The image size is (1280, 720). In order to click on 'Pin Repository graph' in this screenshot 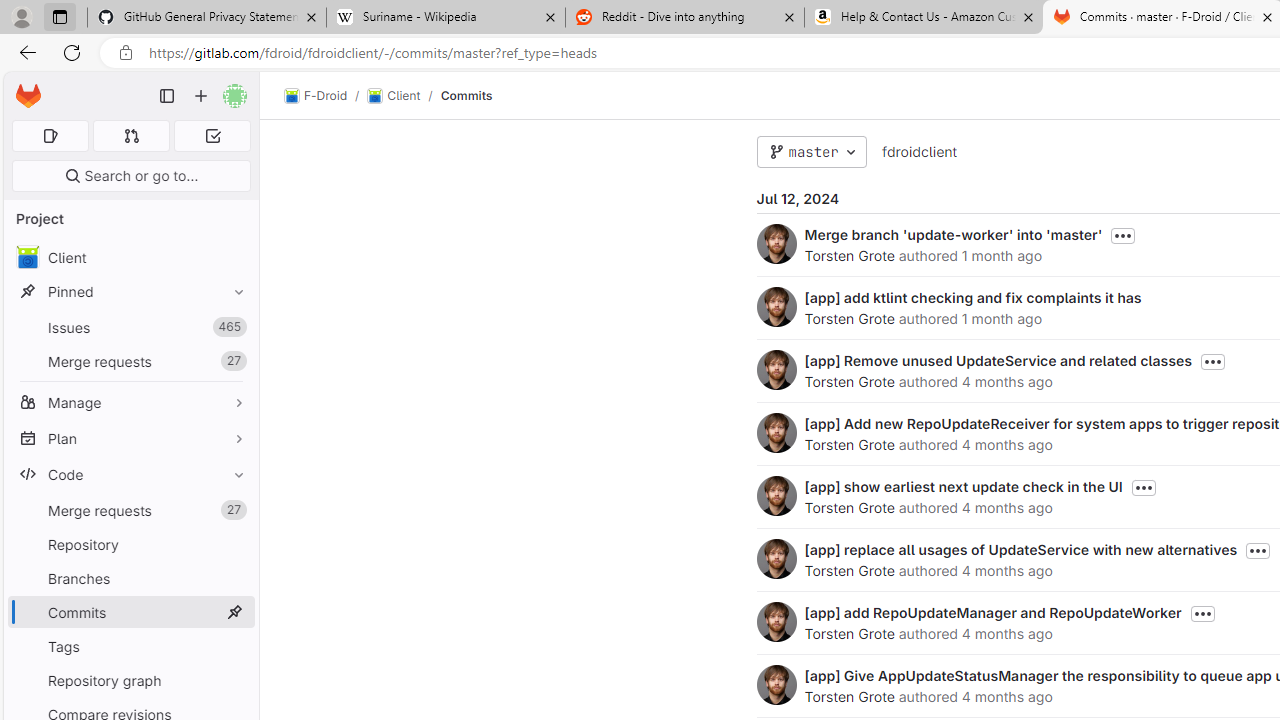, I will do `click(234, 679)`.